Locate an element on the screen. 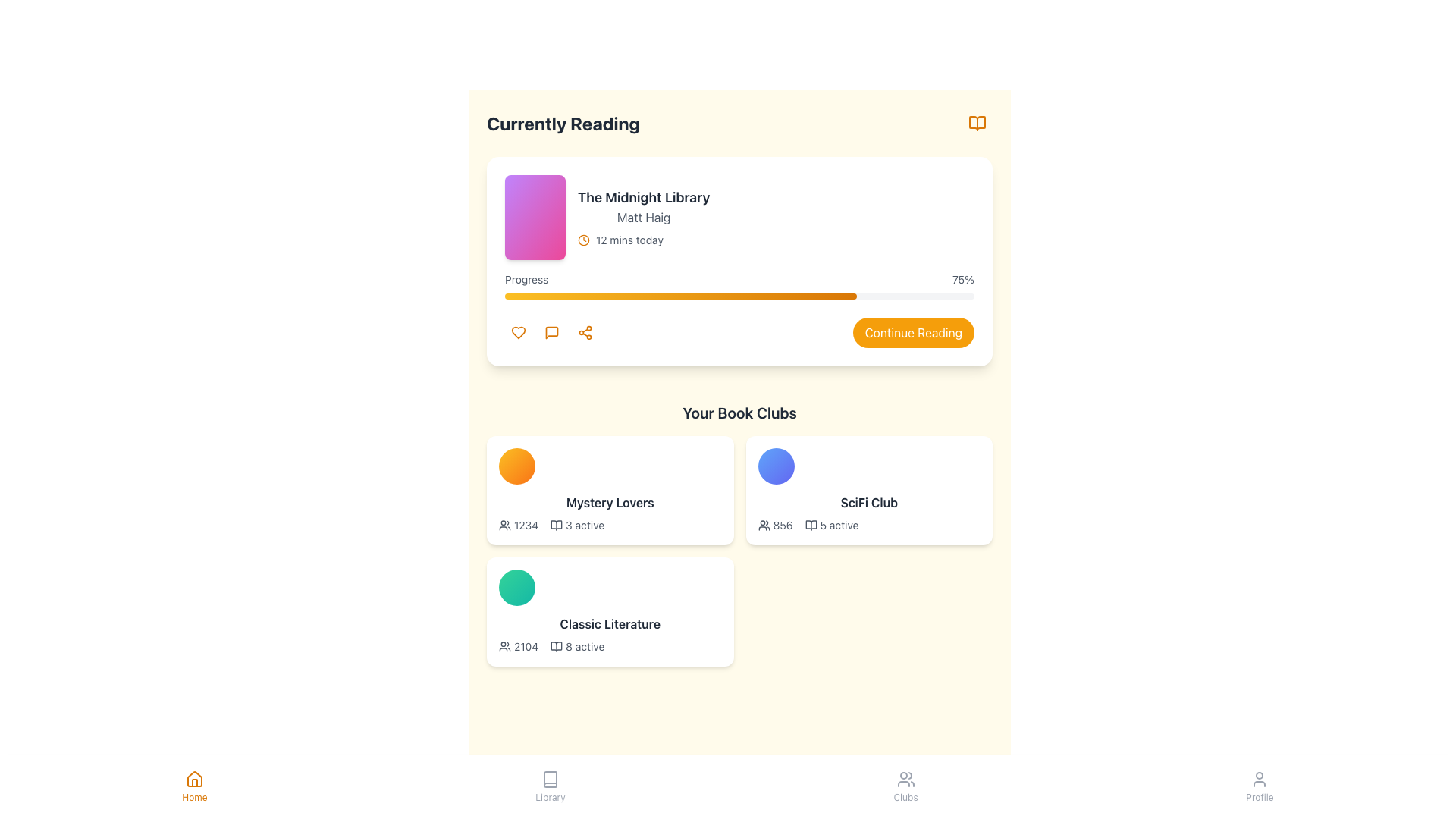 Image resolution: width=1456 pixels, height=819 pixels. the 'Profile' navigation button located at the far right of the bottom navigation bar to change its color is located at coordinates (1260, 786).